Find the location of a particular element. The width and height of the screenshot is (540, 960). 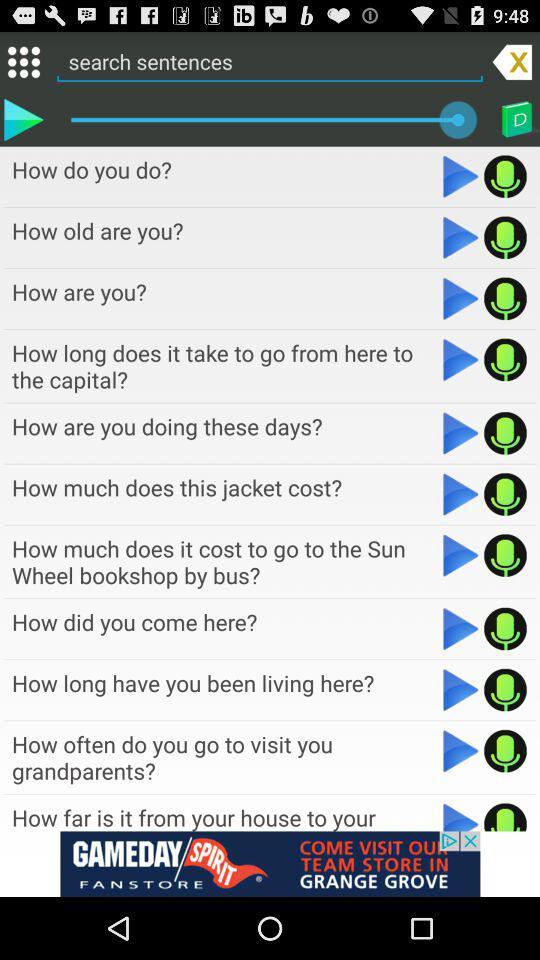

search option is located at coordinates (270, 61).